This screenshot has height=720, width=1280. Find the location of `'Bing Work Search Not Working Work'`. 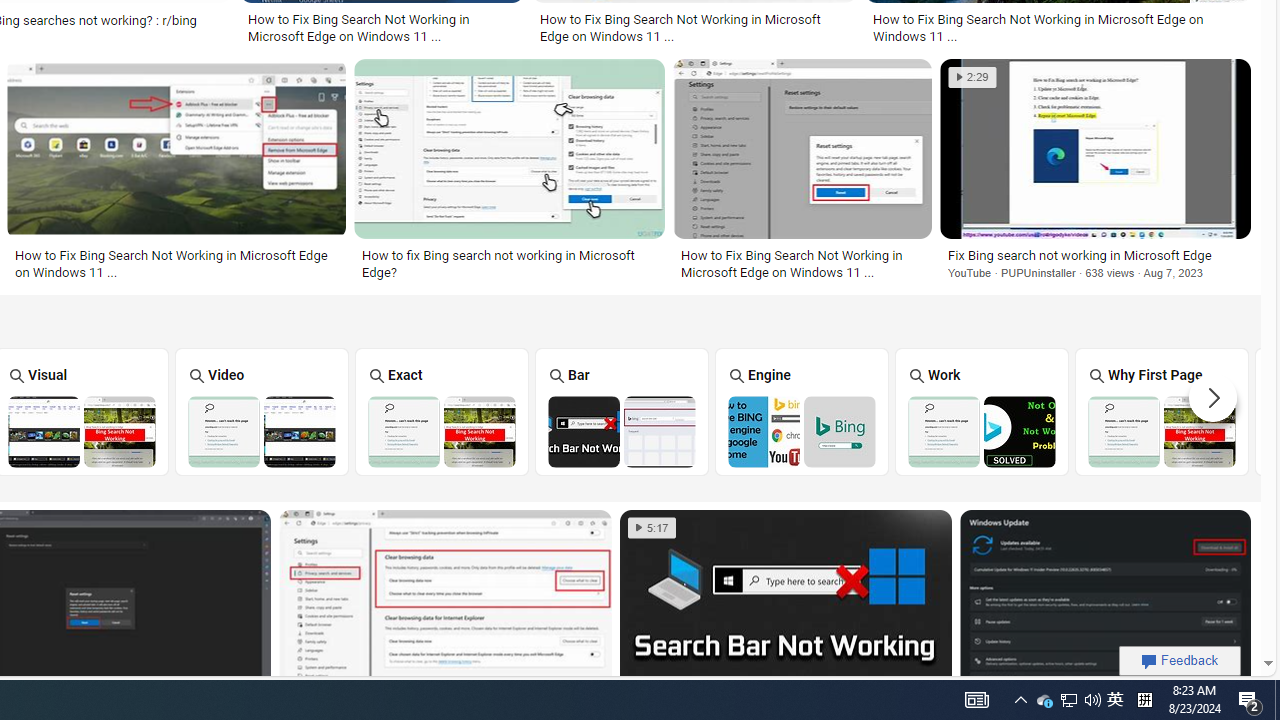

'Bing Work Search Not Working Work' is located at coordinates (981, 410).